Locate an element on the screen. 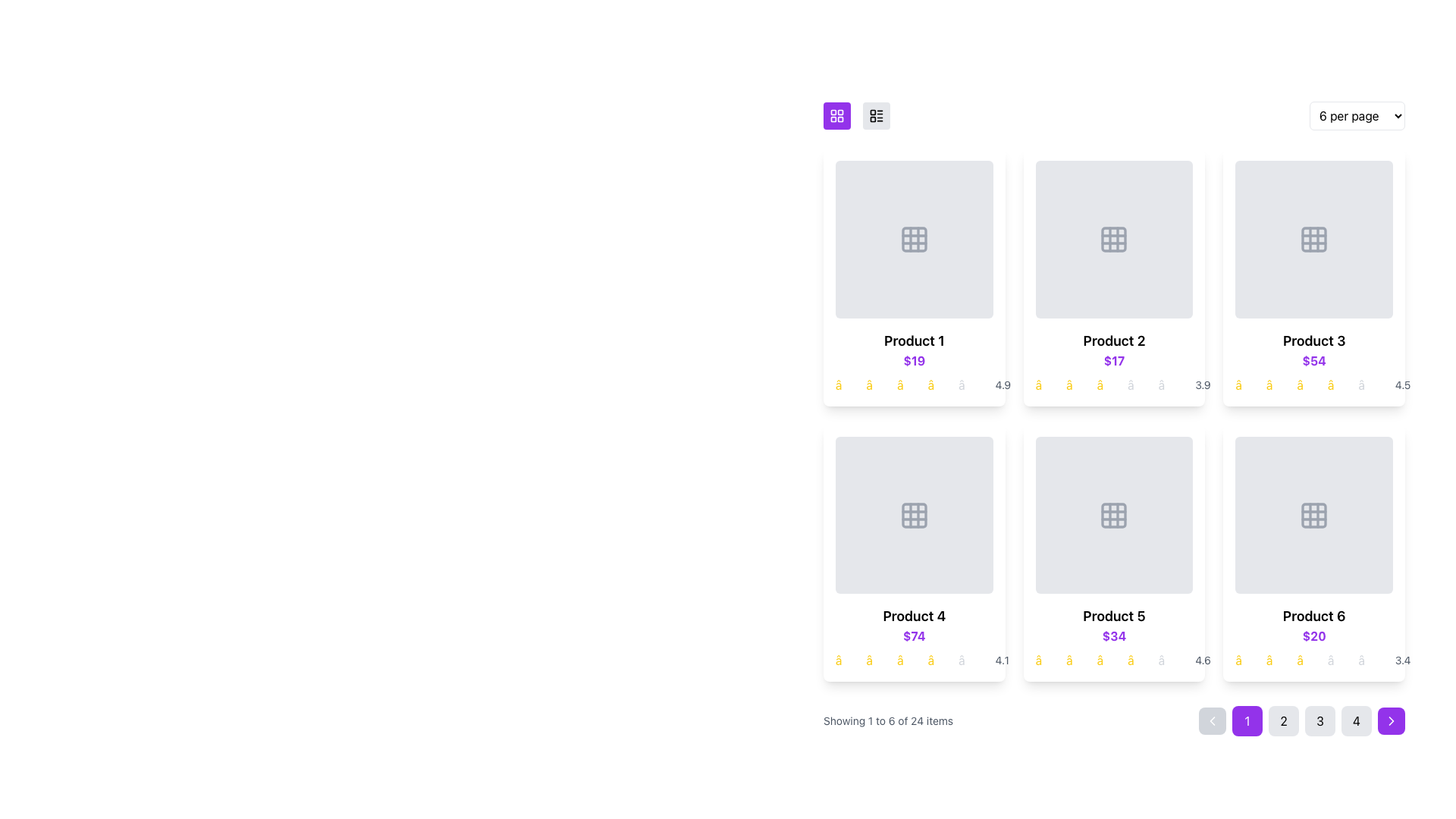 The height and width of the screenshot is (819, 1456). the pagination arrows located at the bottom center of the grid section is located at coordinates (1114, 720).